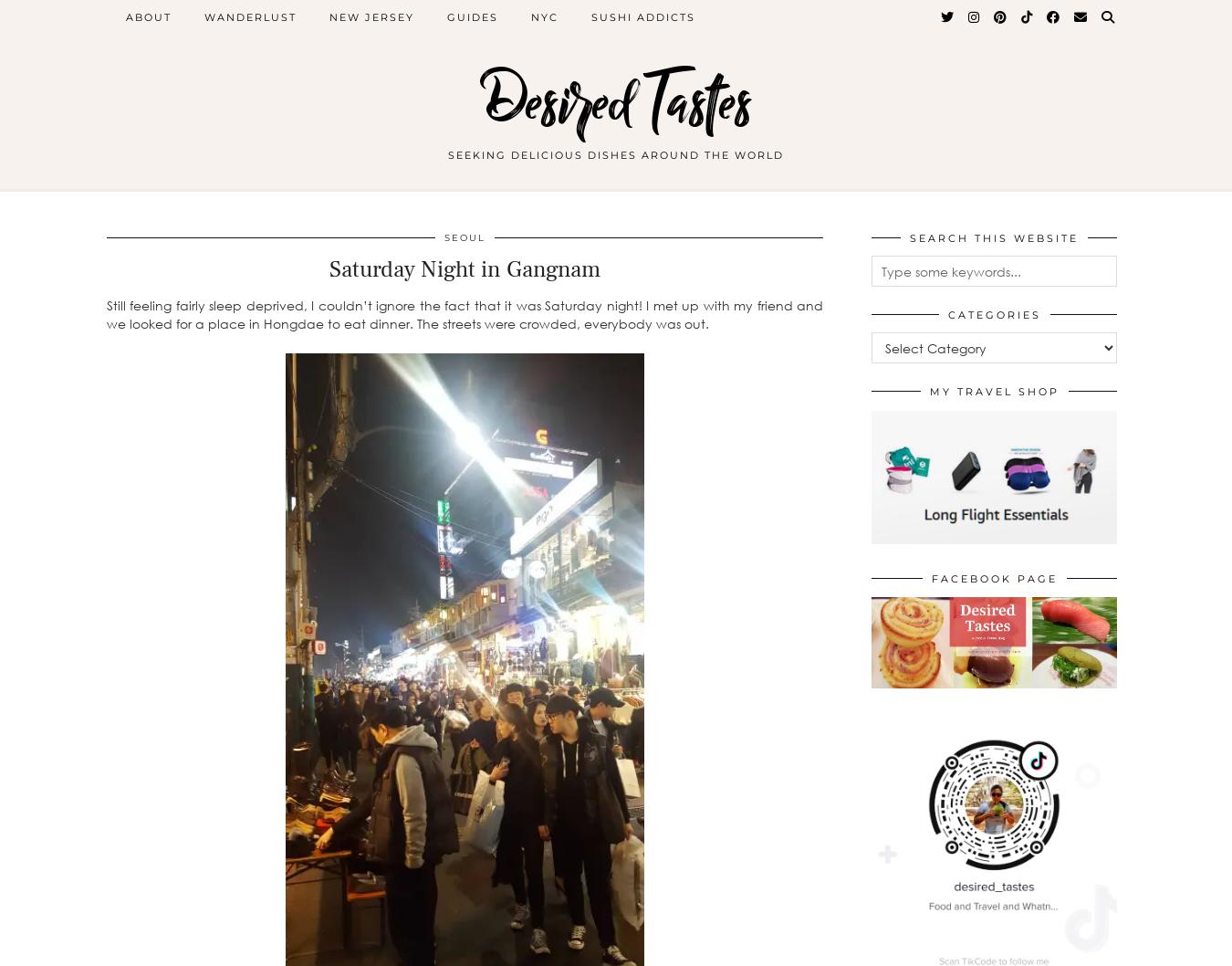 The height and width of the screenshot is (966, 1232). Describe the element at coordinates (544, 17) in the screenshot. I see `'NYC'` at that location.